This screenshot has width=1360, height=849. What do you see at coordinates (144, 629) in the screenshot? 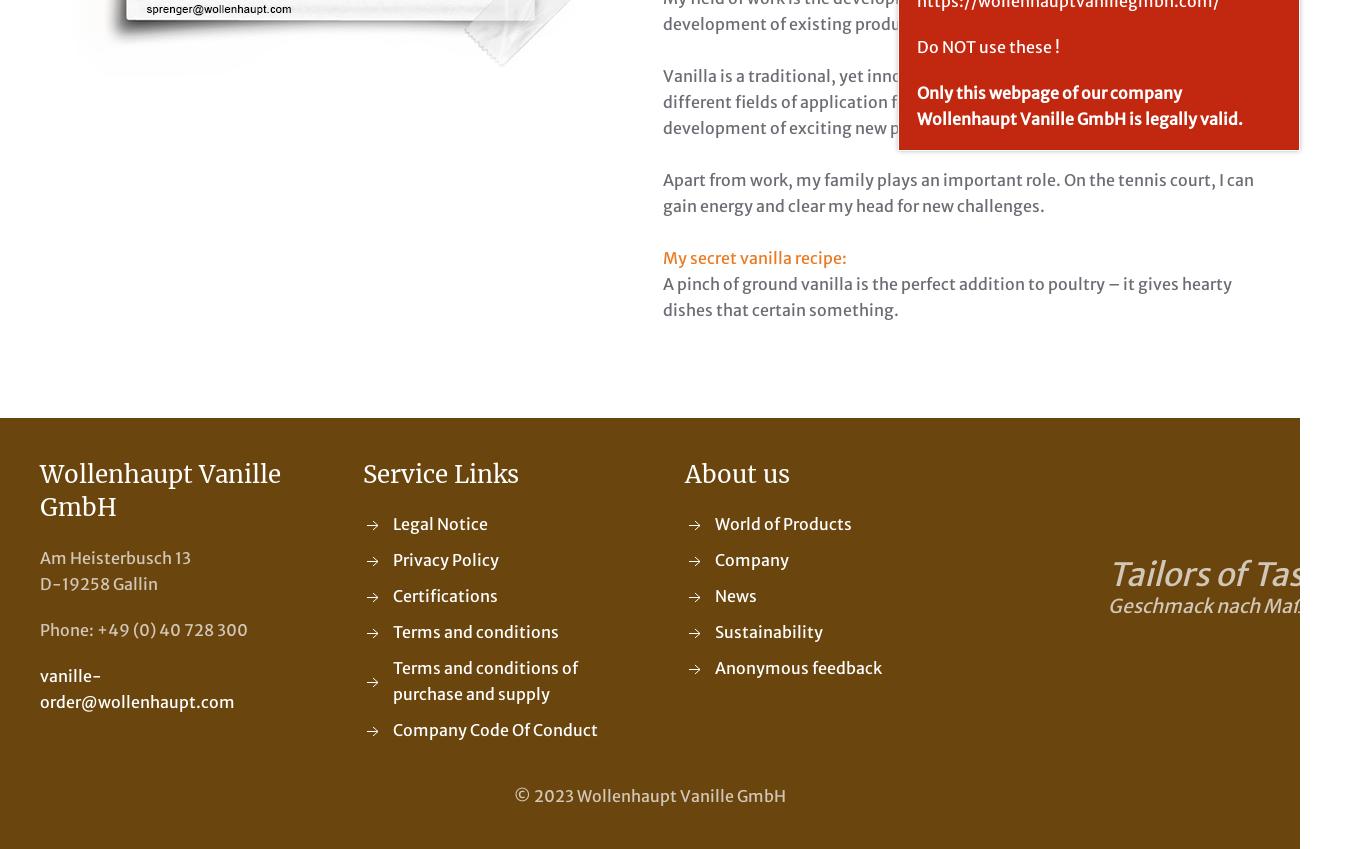
I see `'Phone: +49 (0) 40 728 300'` at bounding box center [144, 629].